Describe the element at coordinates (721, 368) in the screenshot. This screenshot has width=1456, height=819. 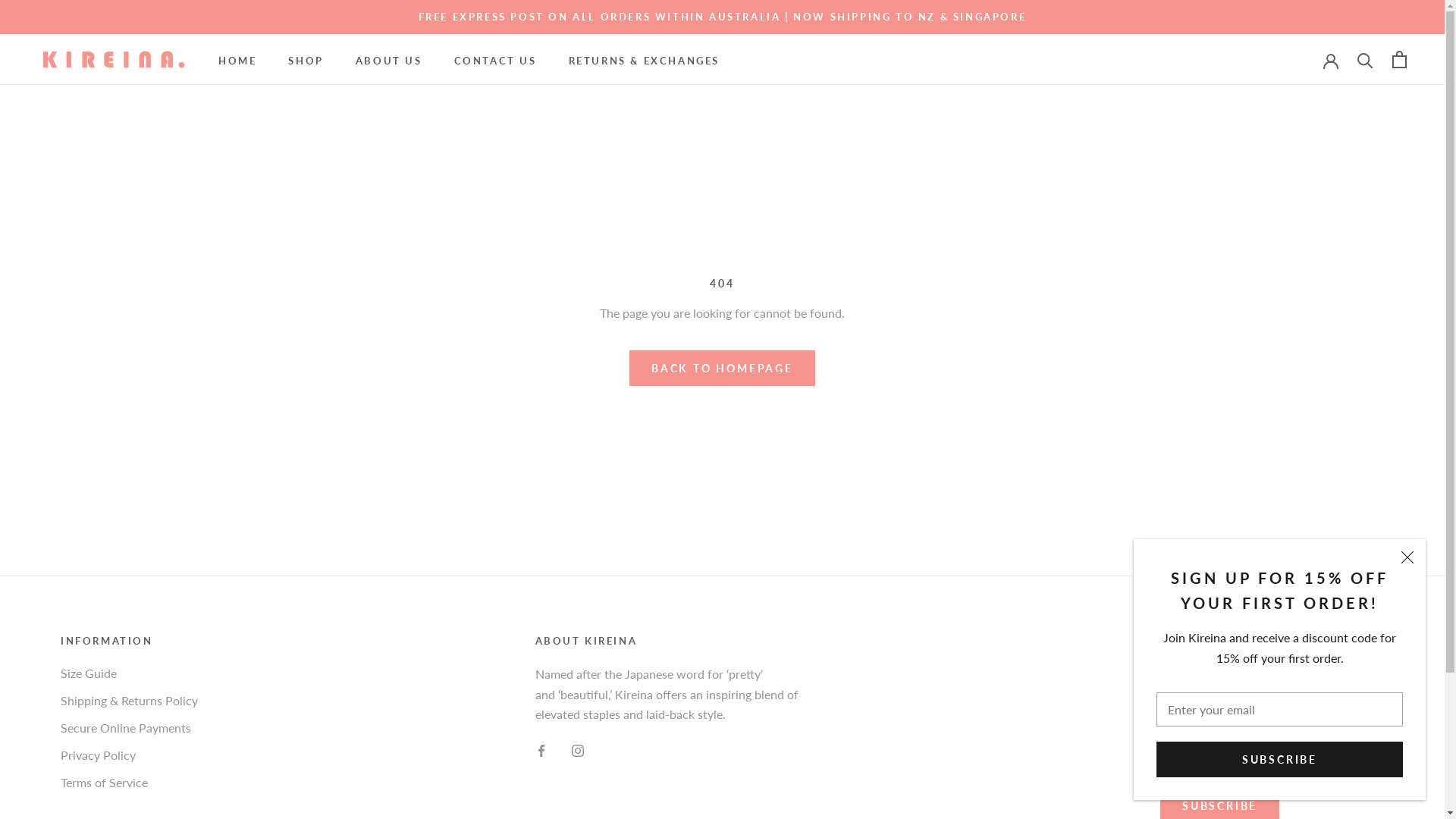
I see `'BACK TO HOMEPAGE'` at that location.